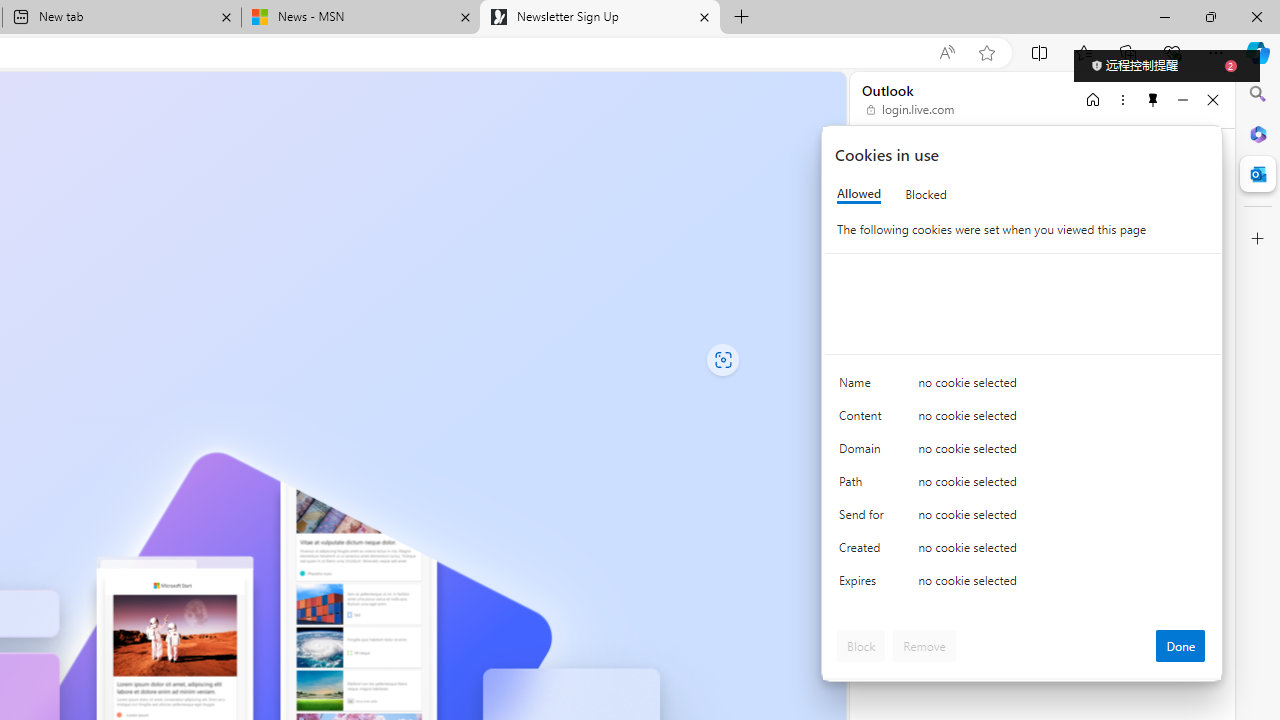  Describe the element at coordinates (865, 453) in the screenshot. I see `'Domain'` at that location.